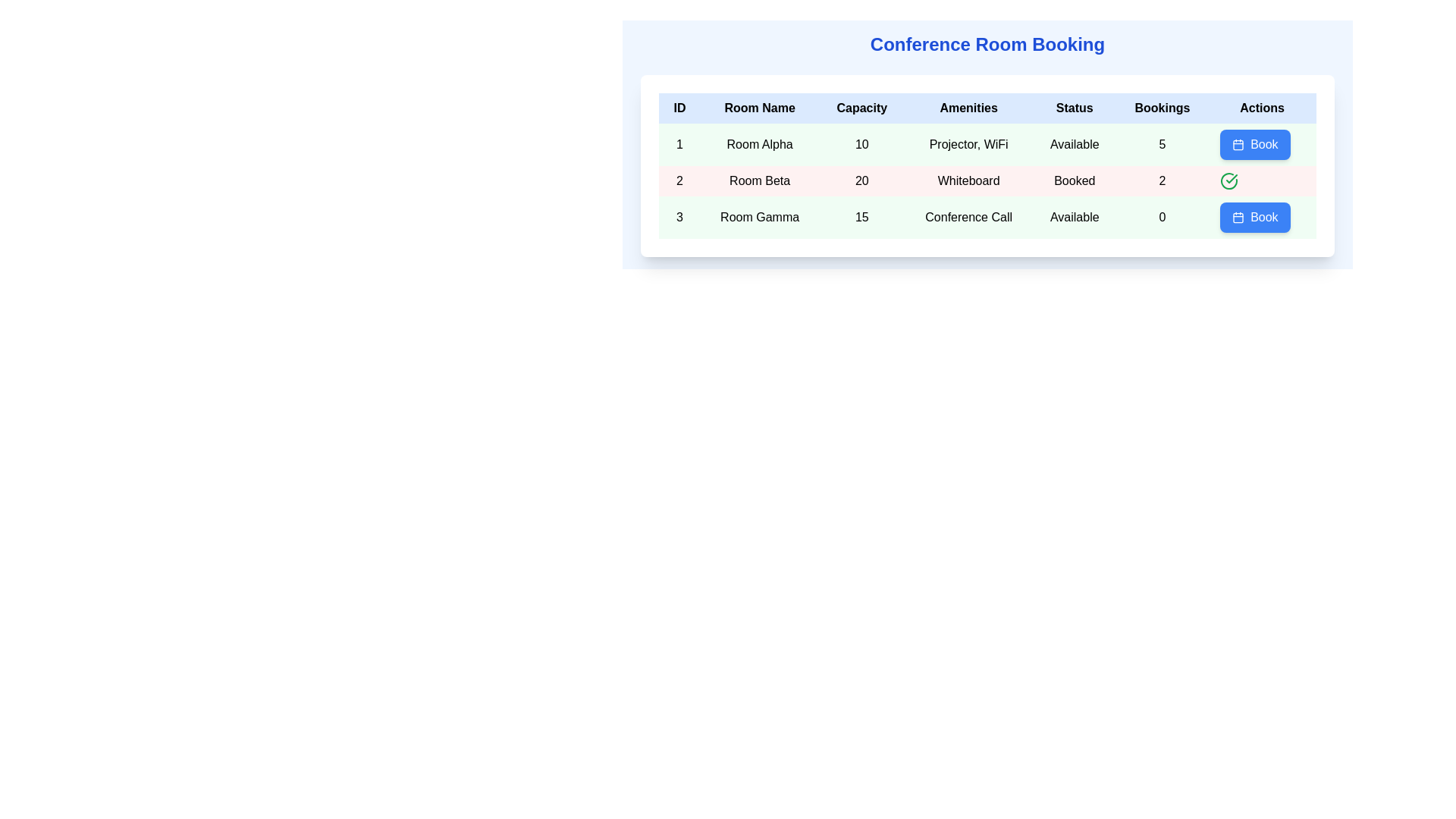  What do you see at coordinates (1161, 145) in the screenshot?
I see `the Text display indicating the booking count for the corresponding room in the sixth column of the first data row in the table` at bounding box center [1161, 145].